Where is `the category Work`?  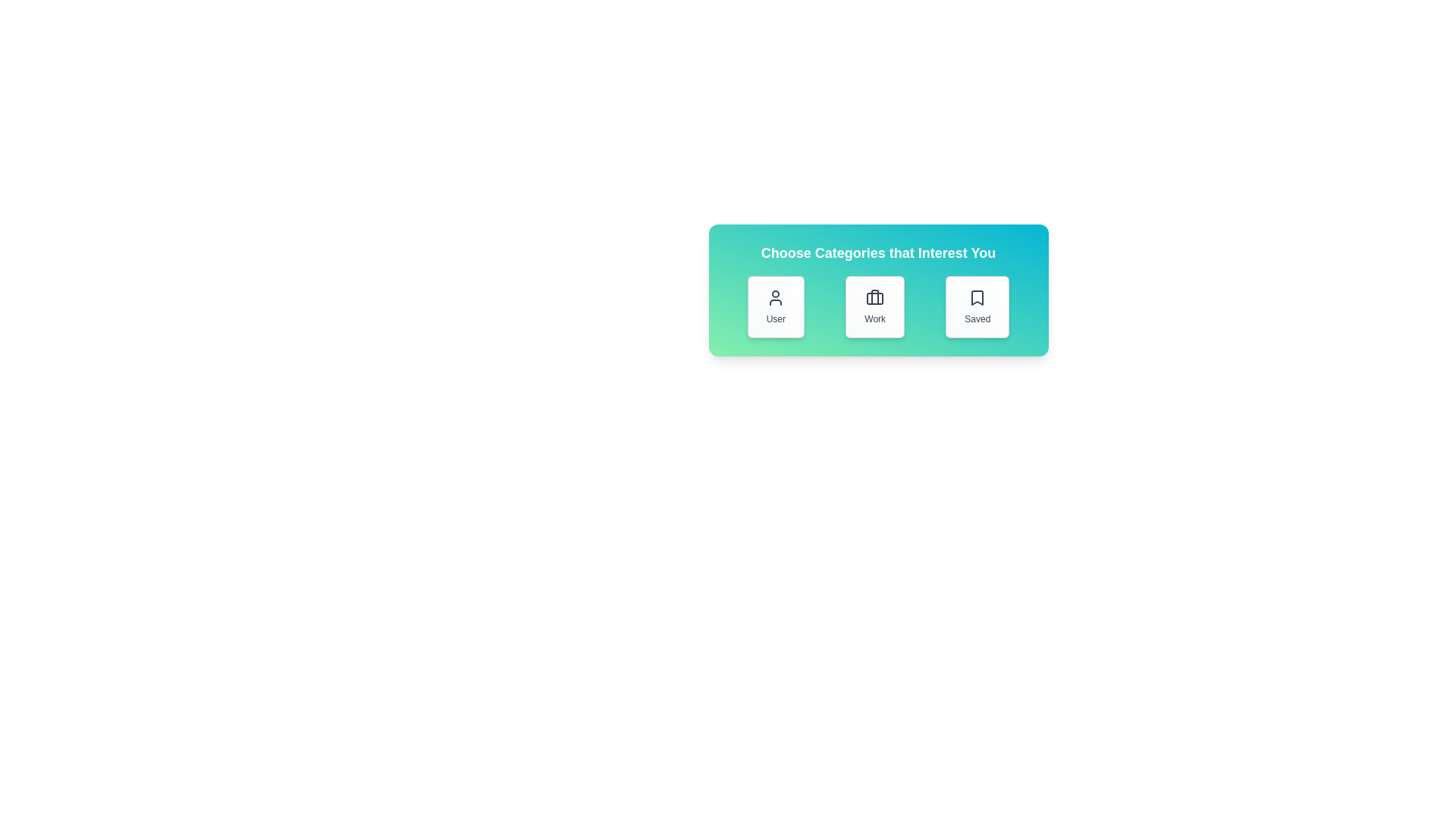 the category Work is located at coordinates (875, 307).